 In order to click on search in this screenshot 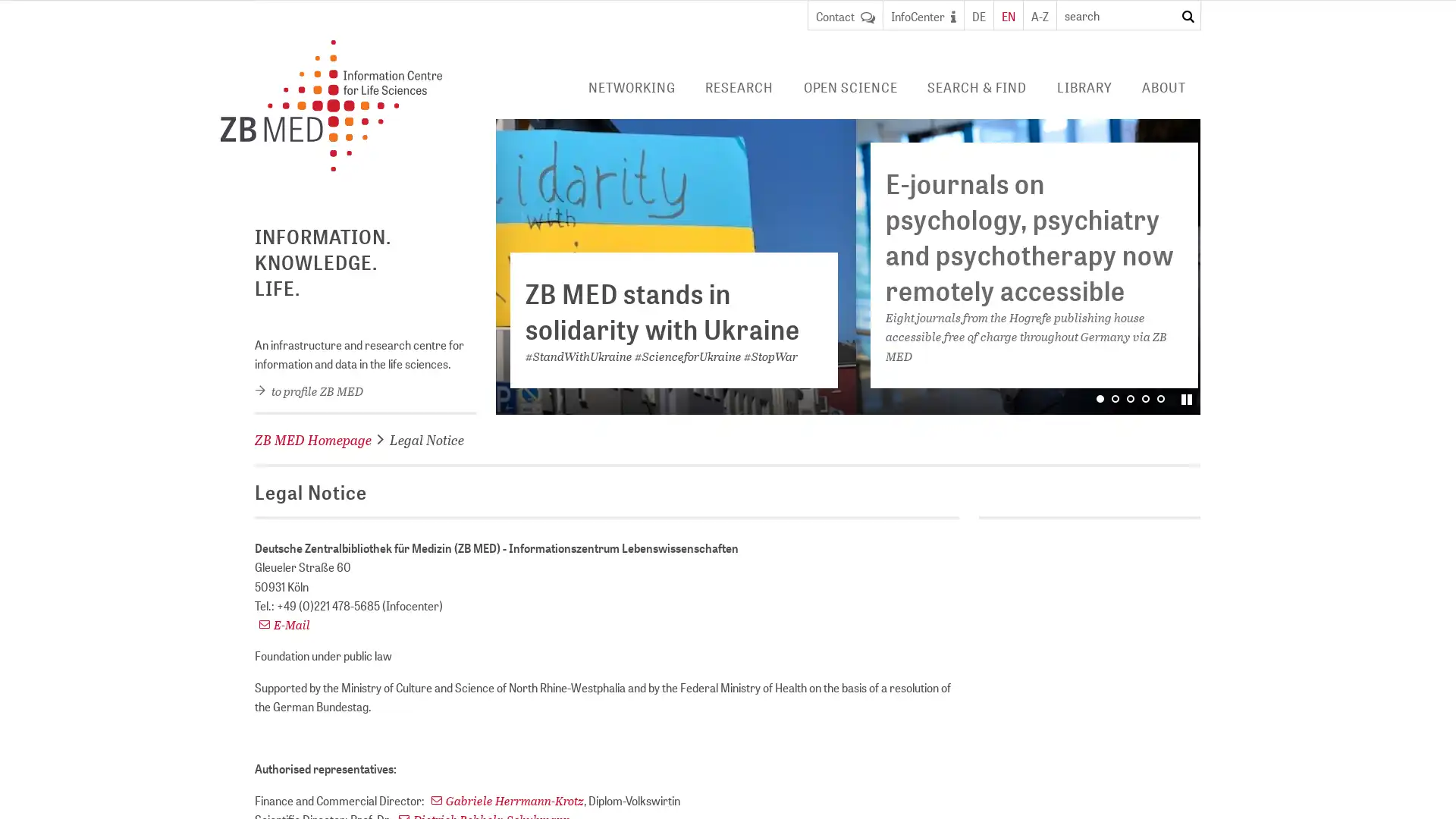, I will do `click(1187, 17)`.